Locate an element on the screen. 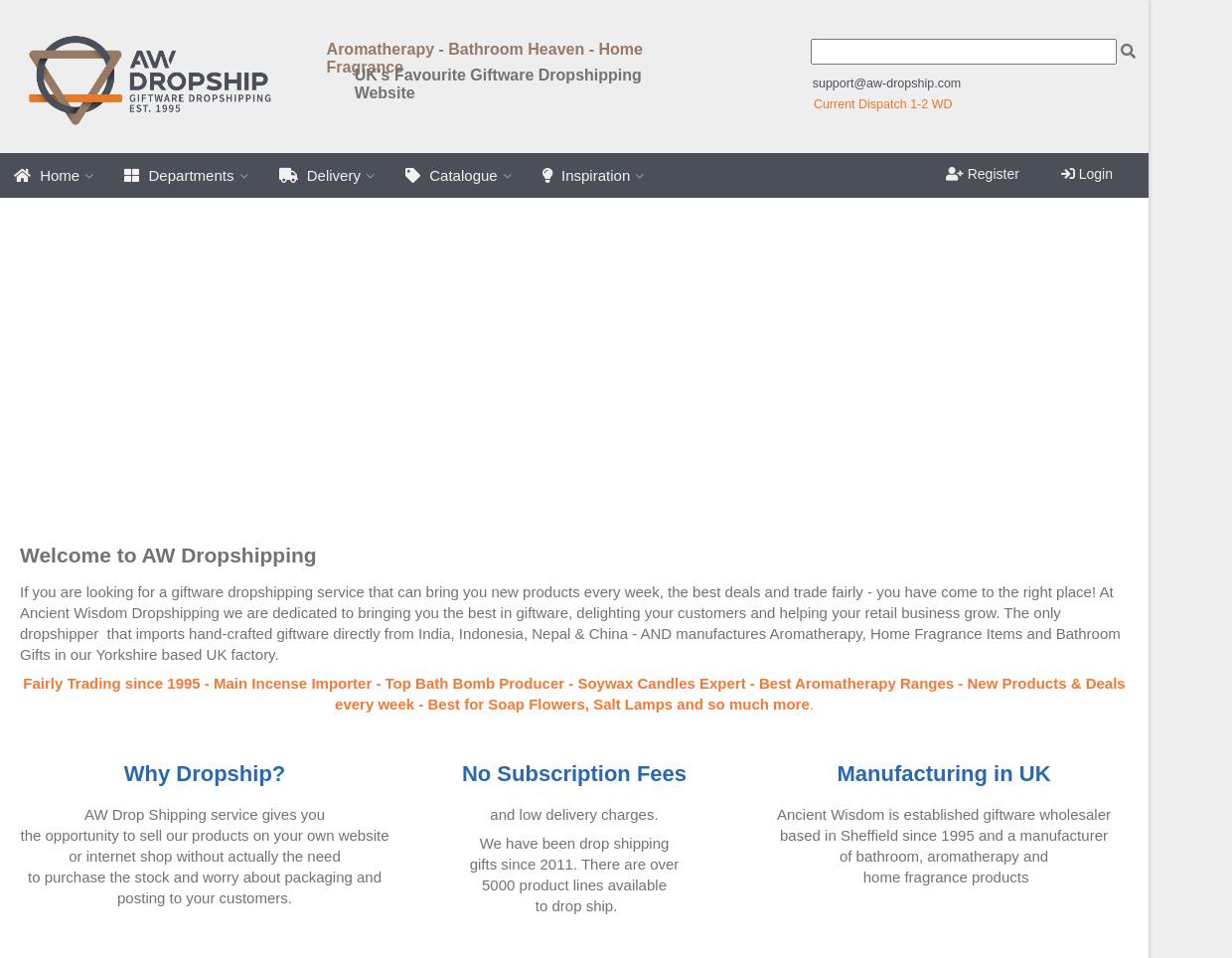 The height and width of the screenshot is (958, 1232). 'and low delivery charges.' is located at coordinates (573, 813).